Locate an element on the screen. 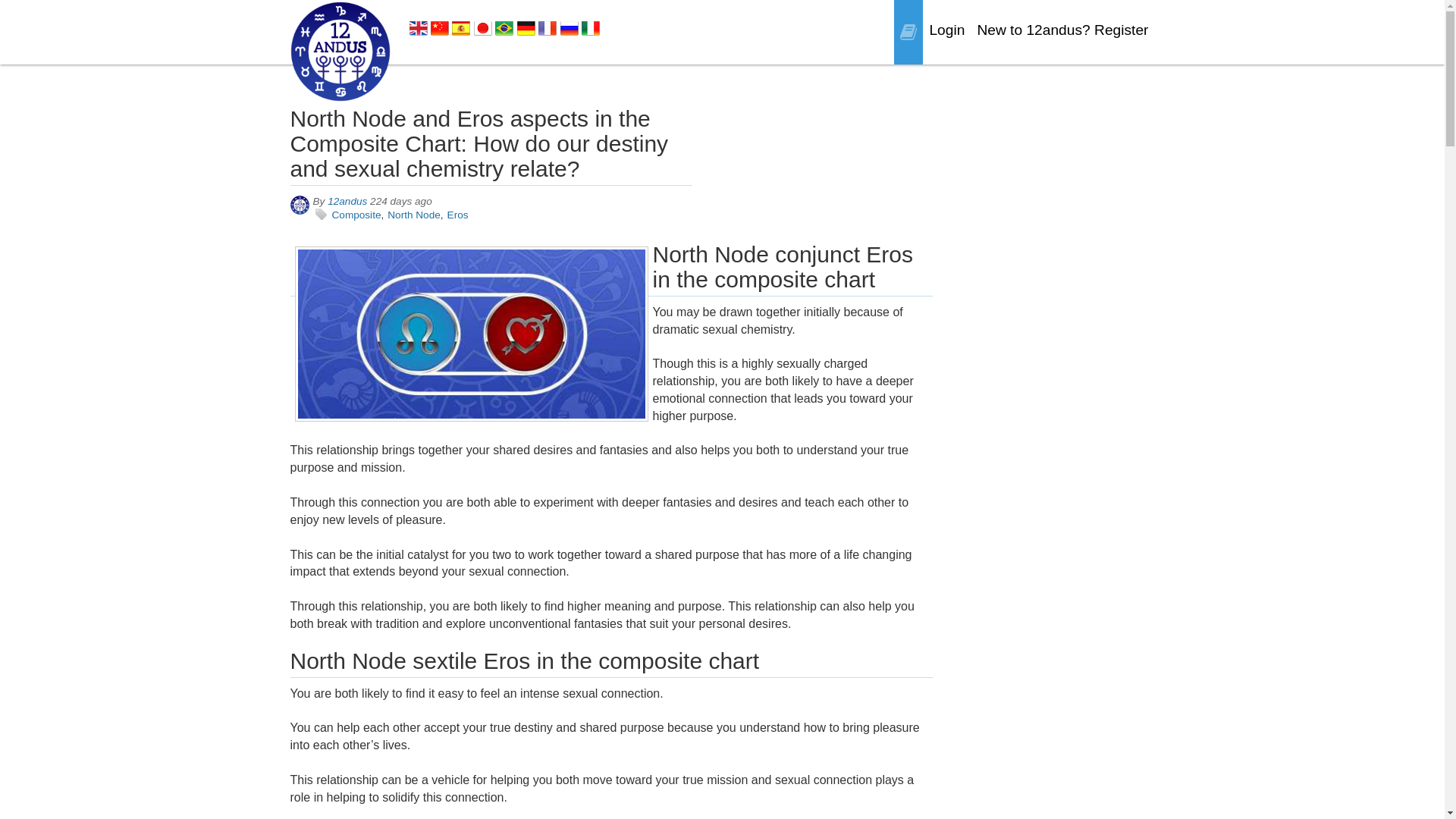 This screenshot has height=819, width=1456. 'Italian' is located at coordinates (581, 28).